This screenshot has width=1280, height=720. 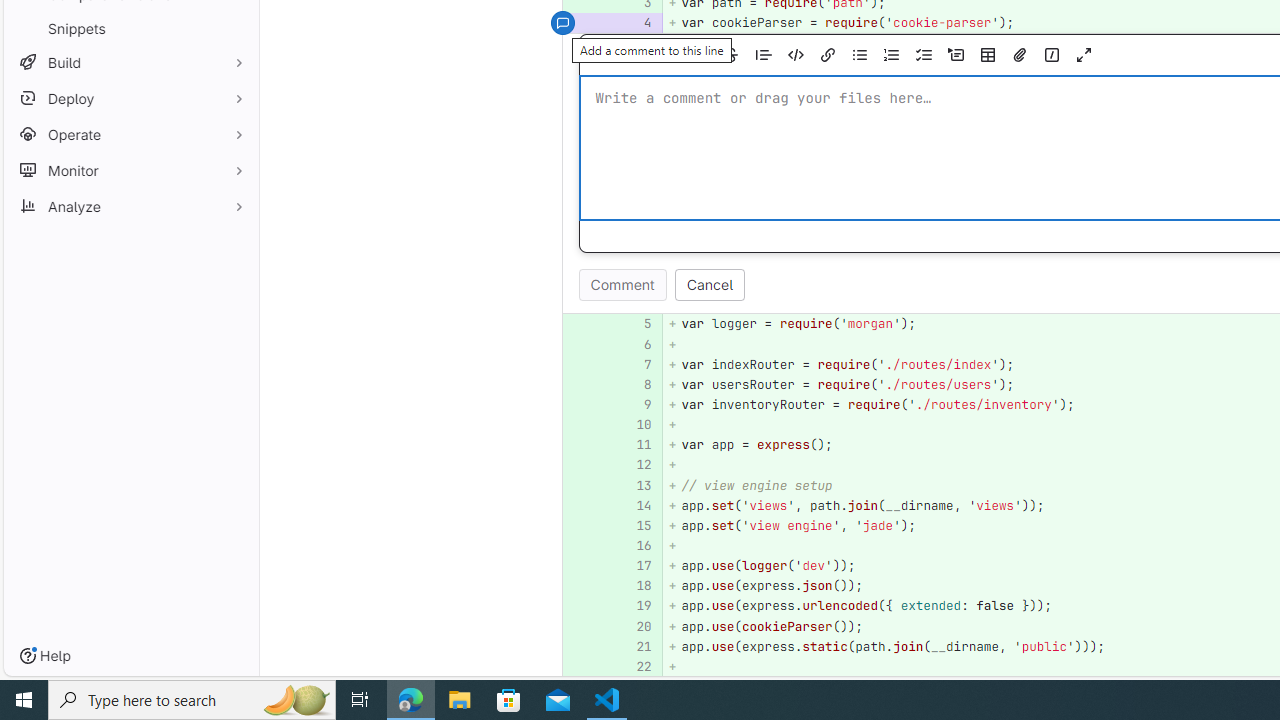 What do you see at coordinates (633, 465) in the screenshot?
I see `'12'` at bounding box center [633, 465].